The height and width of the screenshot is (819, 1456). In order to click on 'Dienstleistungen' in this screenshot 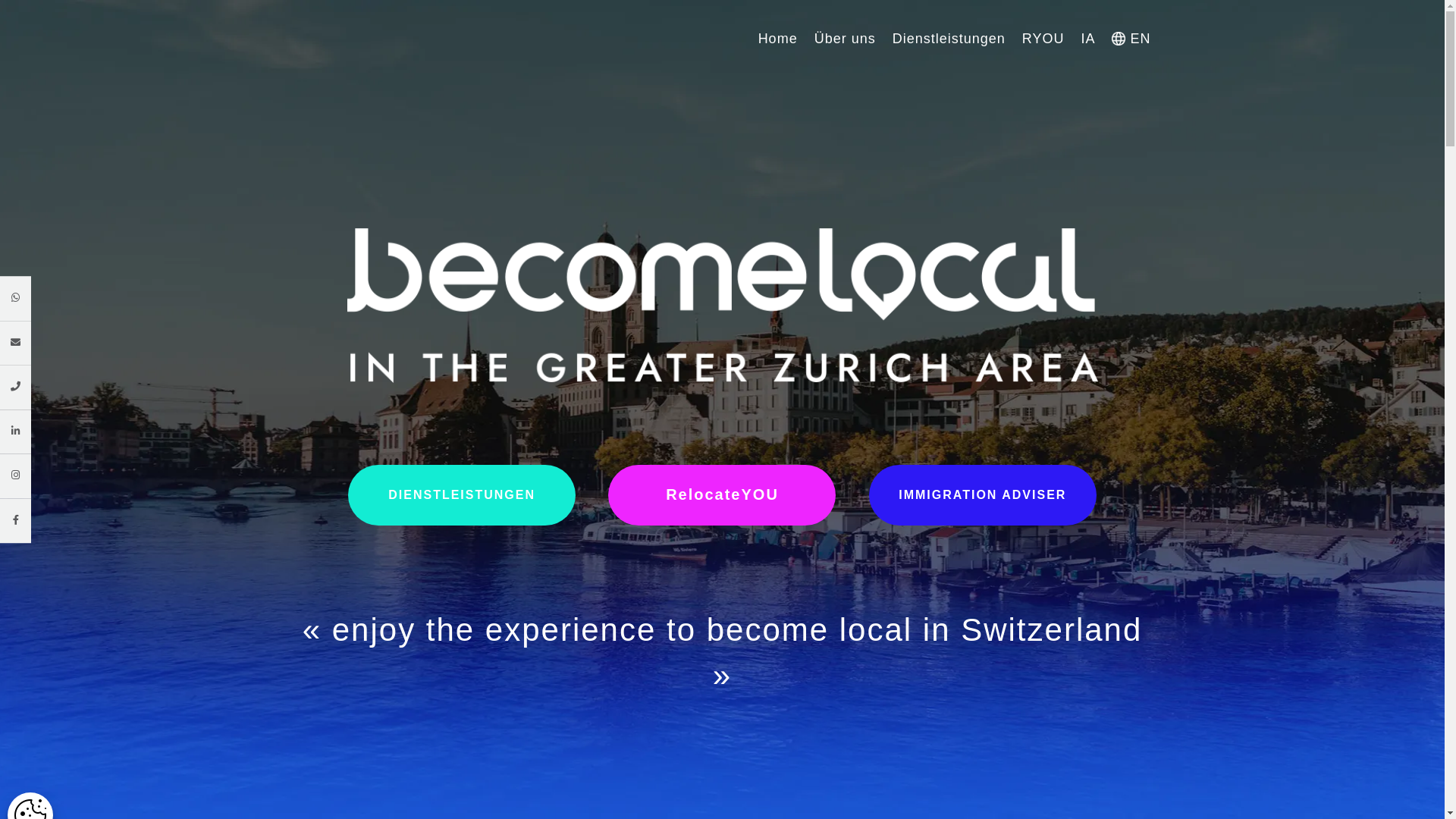, I will do `click(948, 37)`.